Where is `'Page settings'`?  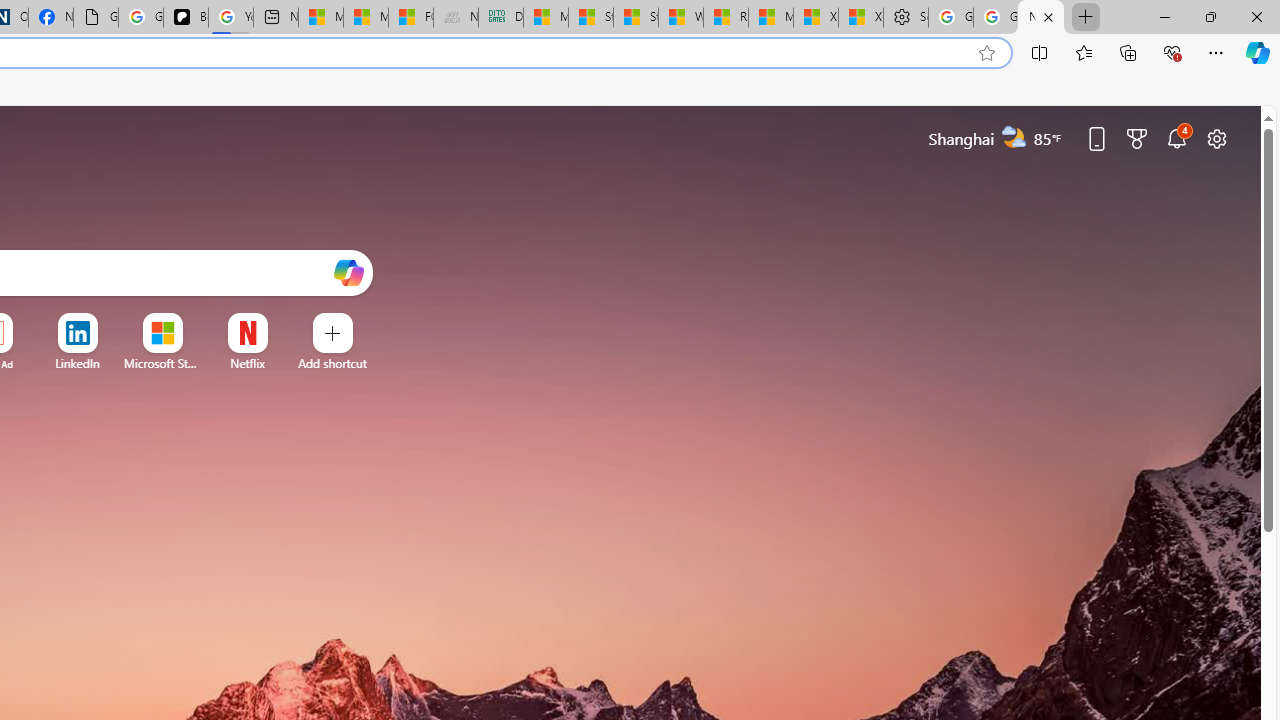 'Page settings' is located at coordinates (1215, 137).